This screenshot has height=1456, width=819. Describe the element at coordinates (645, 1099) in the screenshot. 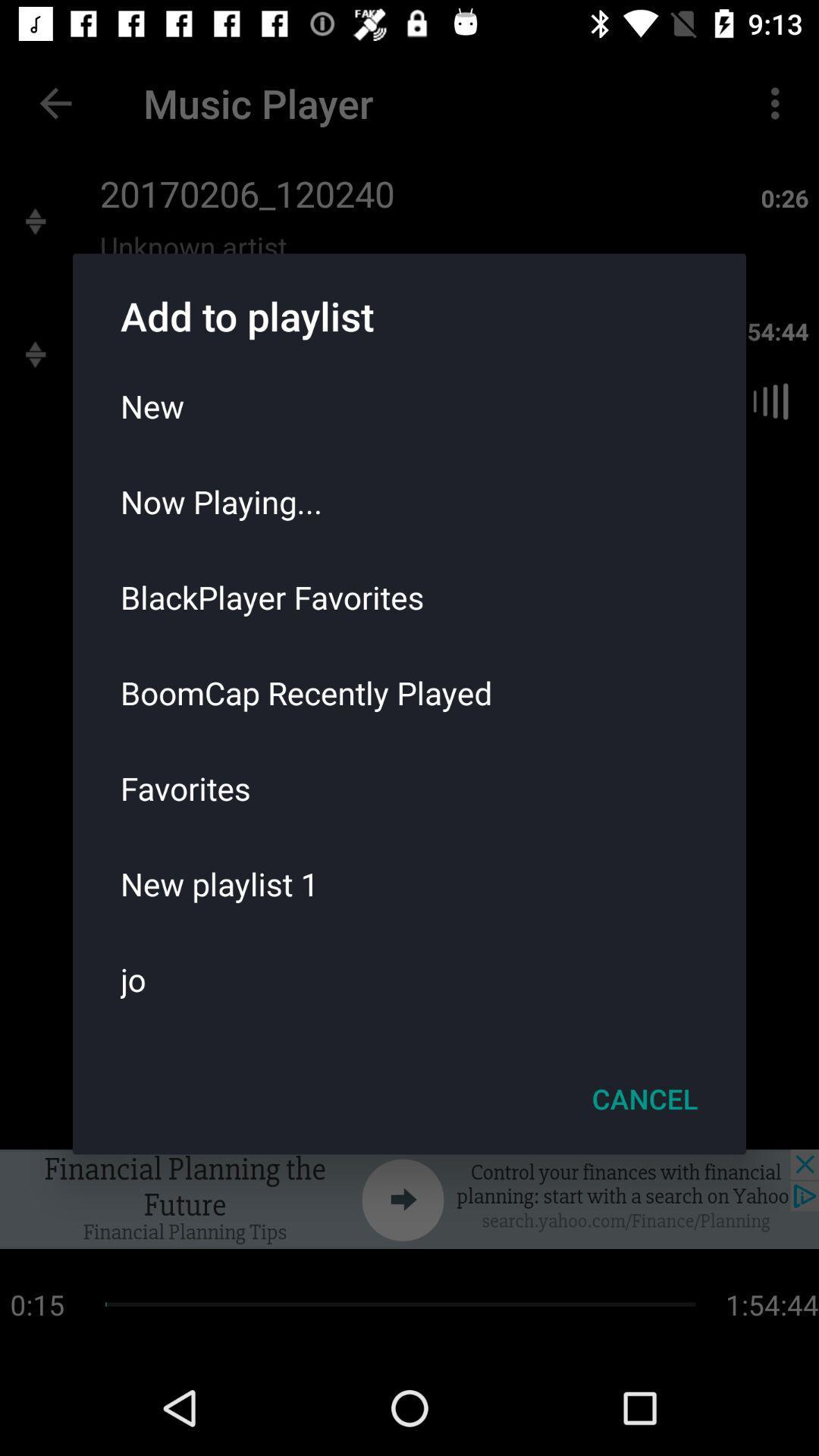

I see `cancel icon` at that location.